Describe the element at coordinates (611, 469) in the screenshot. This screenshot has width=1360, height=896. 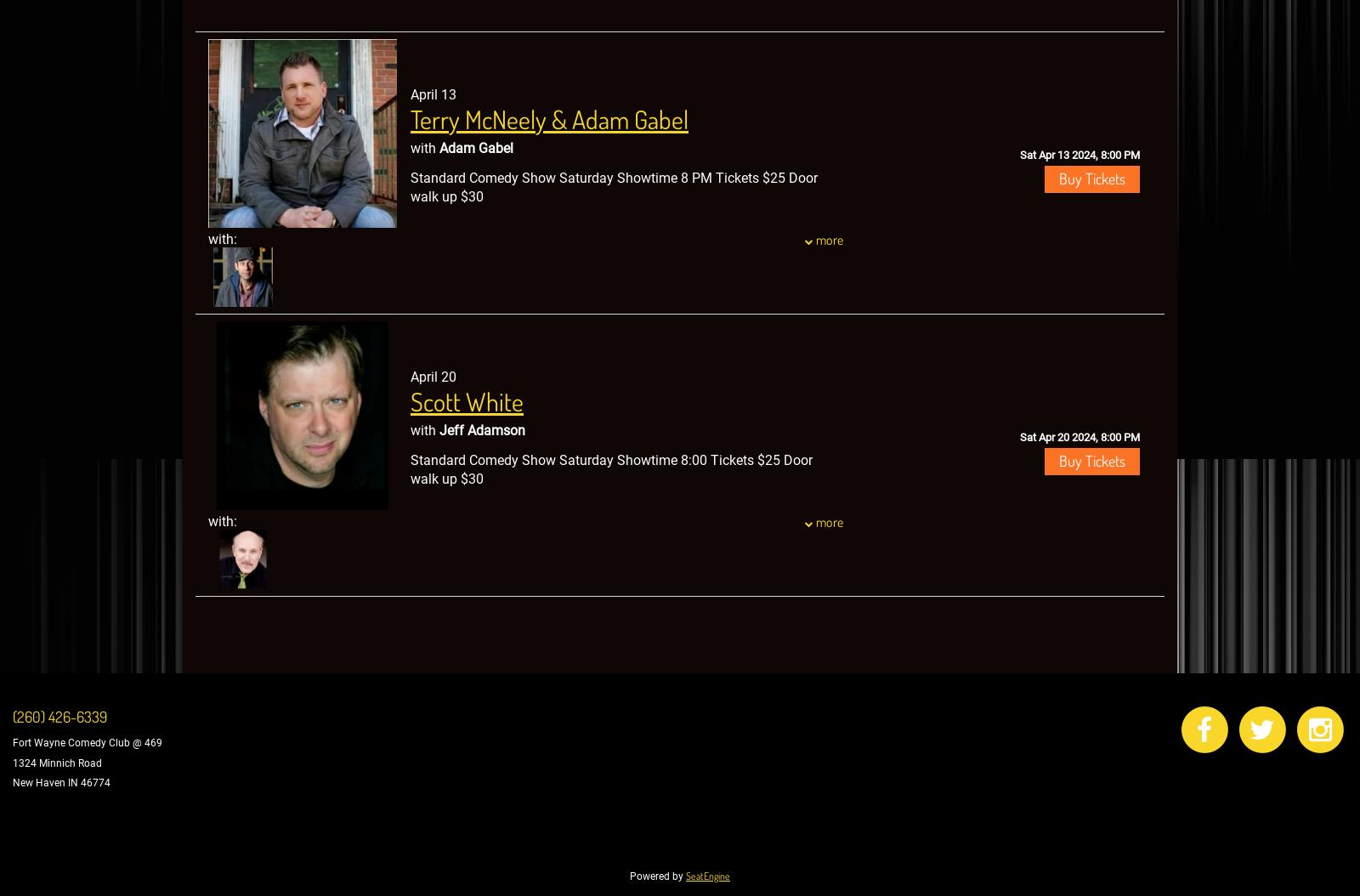
I see `'Standard Comedy Show Saturday Showtime 8:00 Tickets $25 Door walk up $30'` at that location.